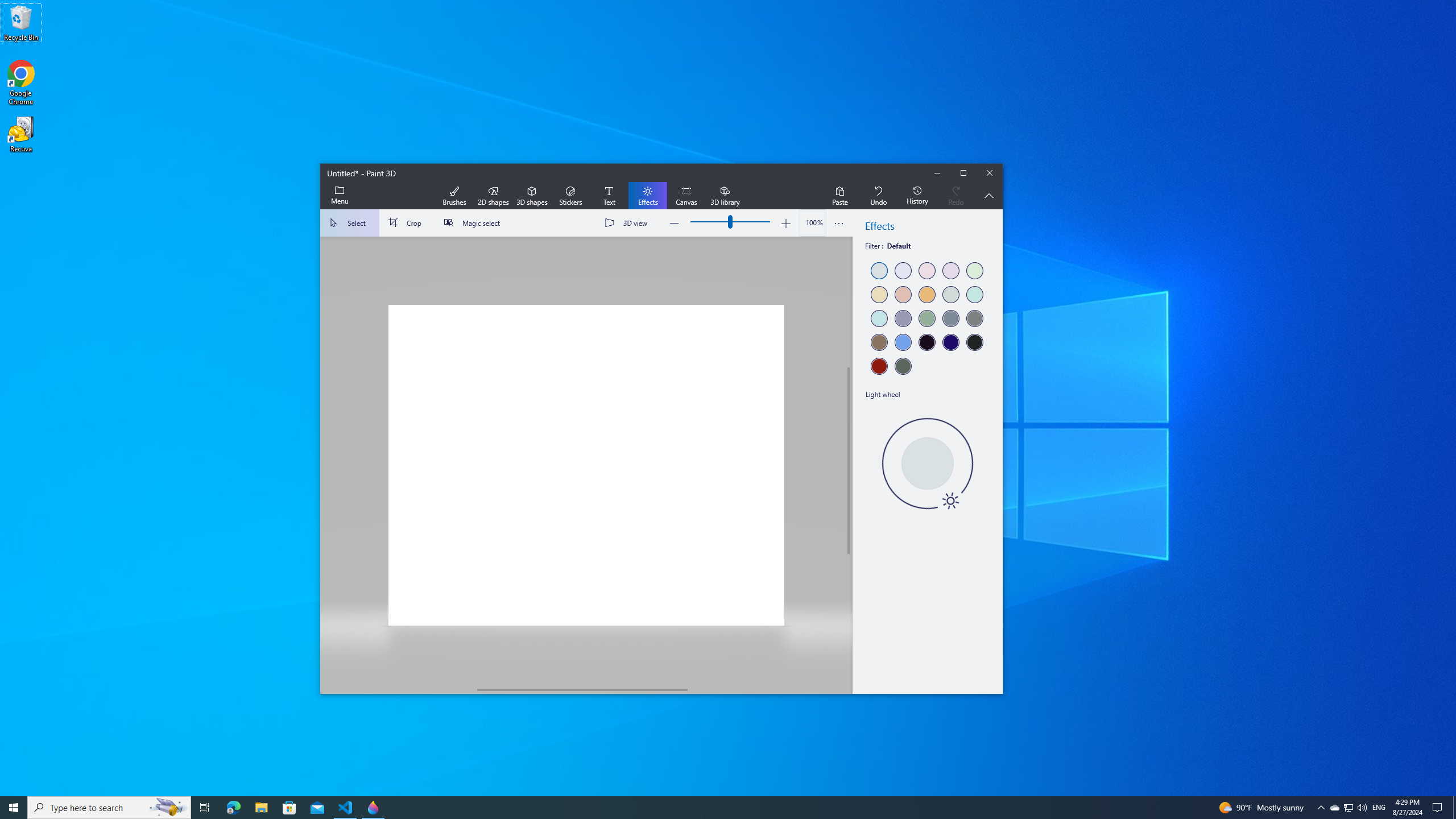  Describe the element at coordinates (233, 806) in the screenshot. I see `'Microsoft Edge'` at that location.